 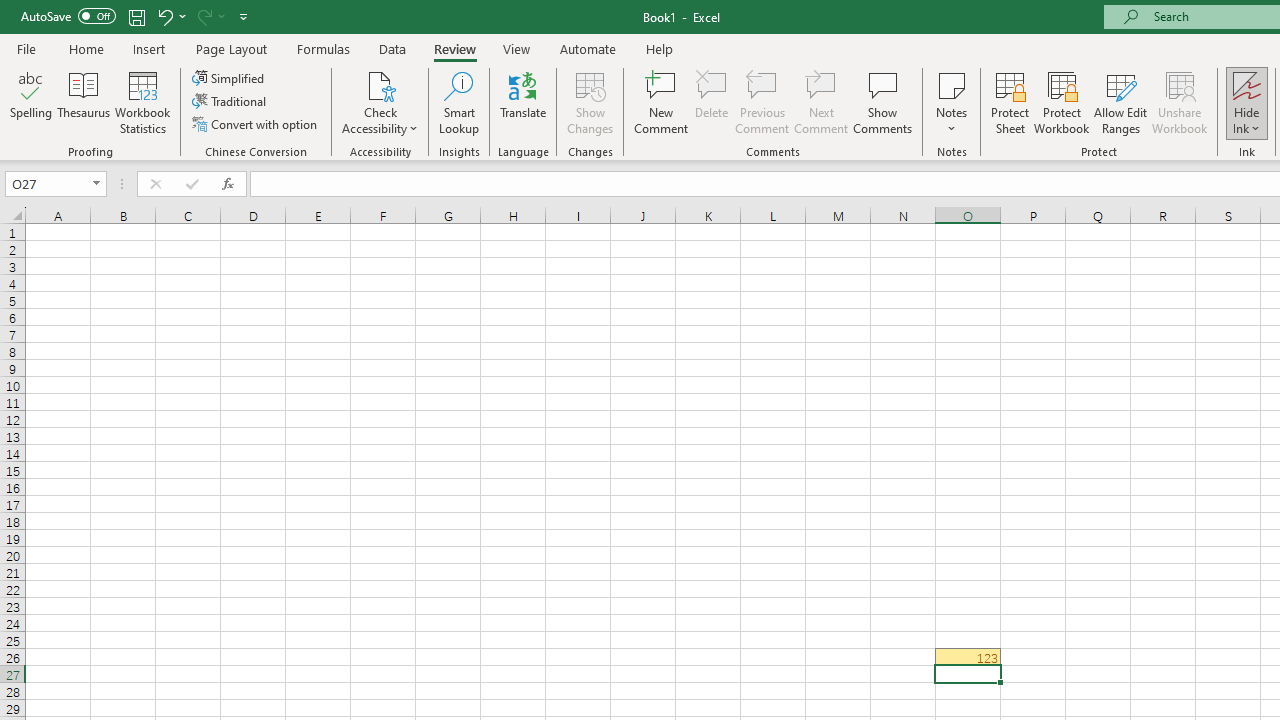 What do you see at coordinates (31, 103) in the screenshot?
I see `'Spelling...'` at bounding box center [31, 103].